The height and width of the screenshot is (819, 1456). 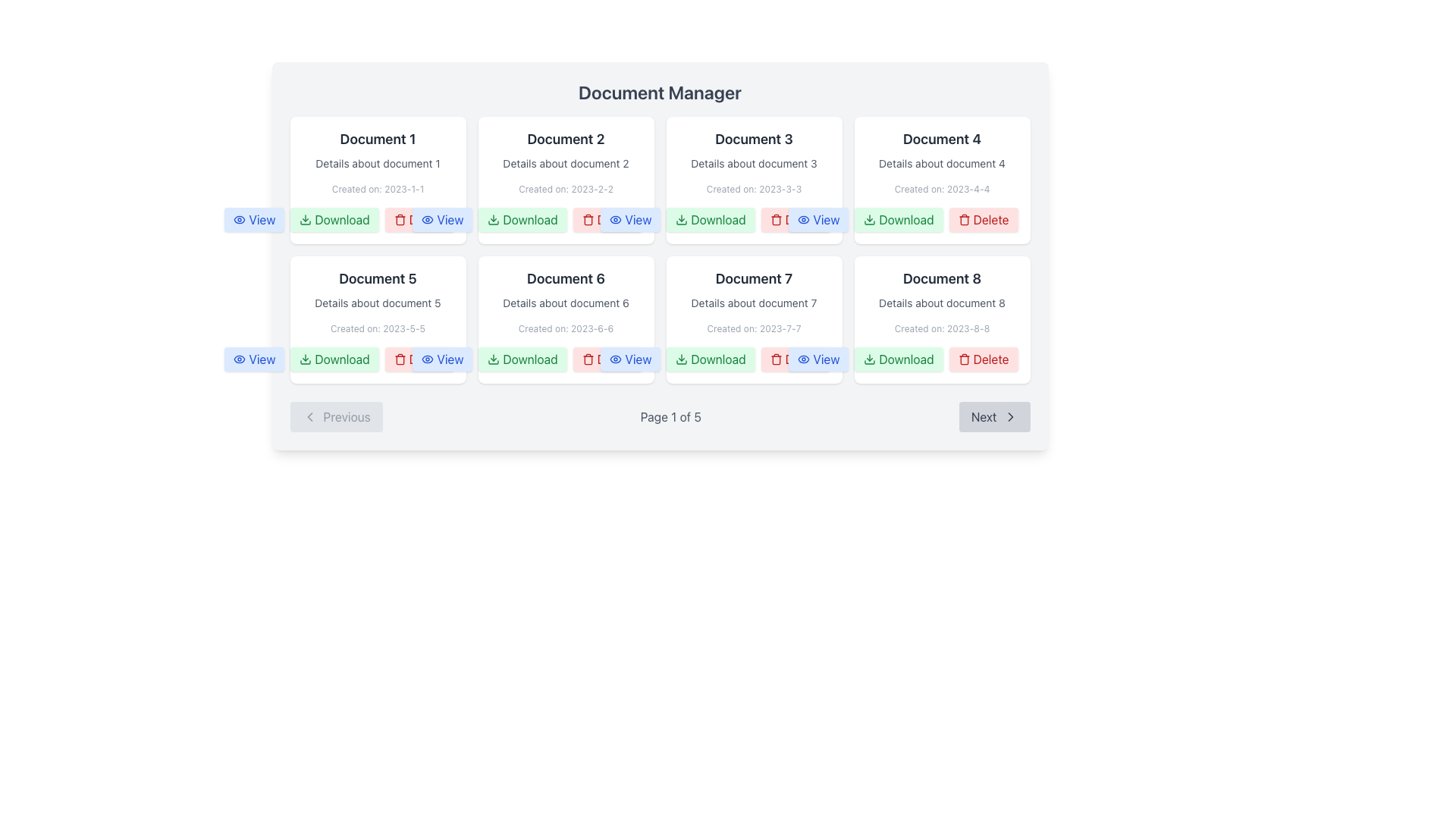 I want to click on the eye-shaped view icon within the 'View' button located below the 'Document 5' card in the document manager grid, so click(x=239, y=359).